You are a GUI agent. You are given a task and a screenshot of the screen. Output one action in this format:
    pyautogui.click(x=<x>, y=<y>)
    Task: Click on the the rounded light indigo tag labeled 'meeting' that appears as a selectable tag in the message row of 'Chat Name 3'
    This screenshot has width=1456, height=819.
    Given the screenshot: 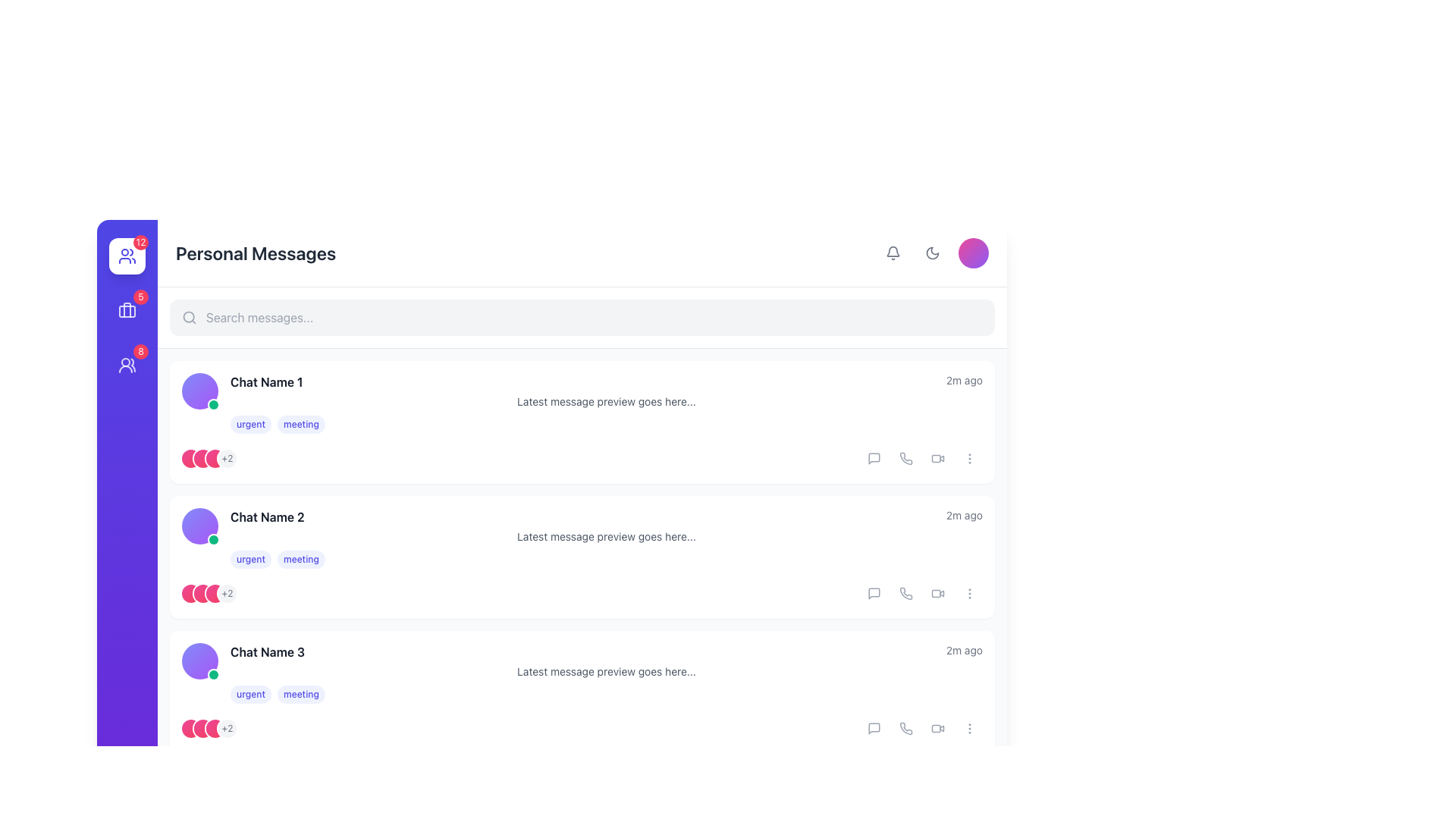 What is the action you would take?
    pyautogui.click(x=301, y=694)
    